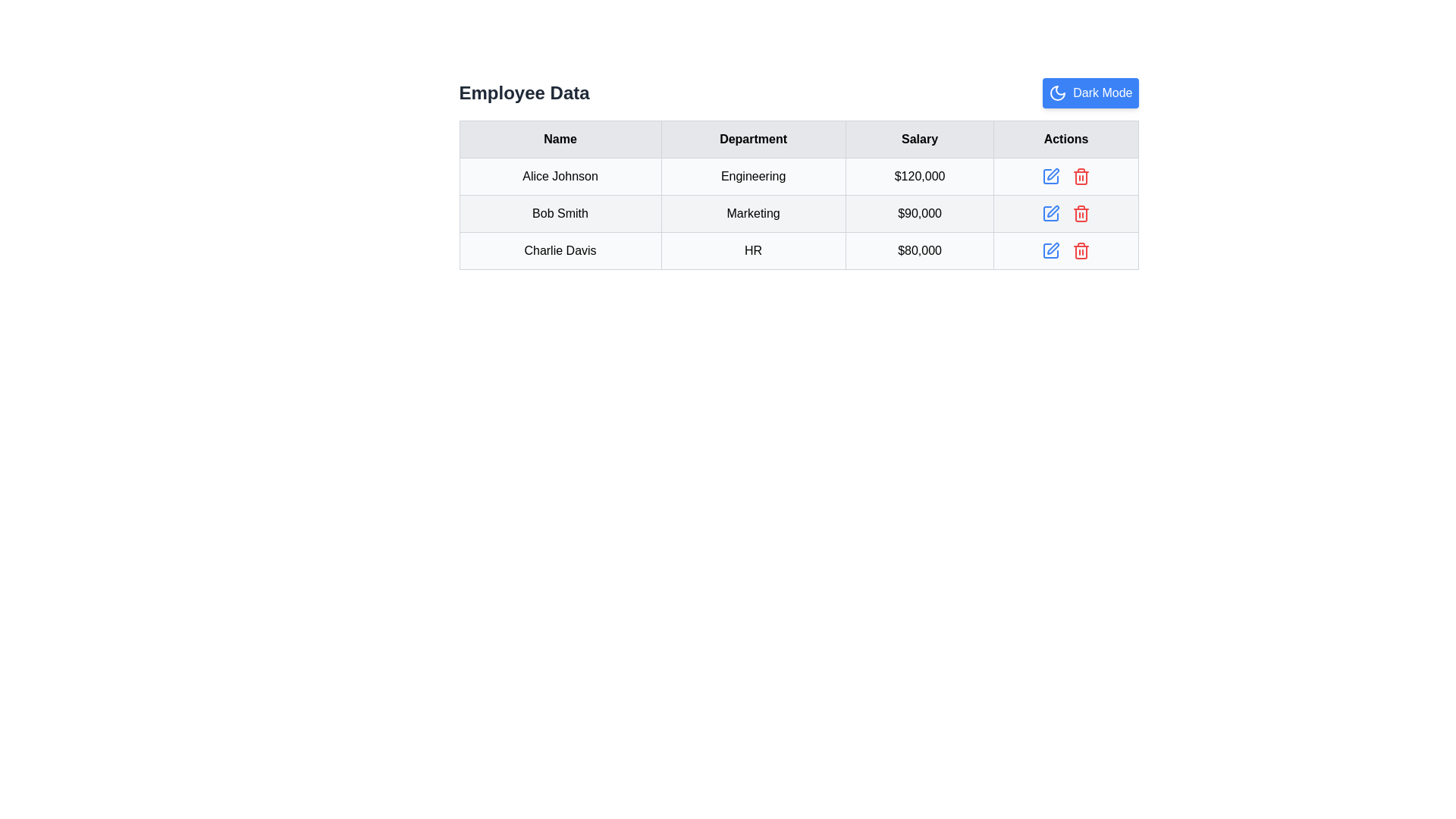 Image resolution: width=1456 pixels, height=819 pixels. I want to click on the 'Dark Mode' icon located at the top right corner of the interface, which signifies the toggle for night mode functionality, so click(1057, 93).